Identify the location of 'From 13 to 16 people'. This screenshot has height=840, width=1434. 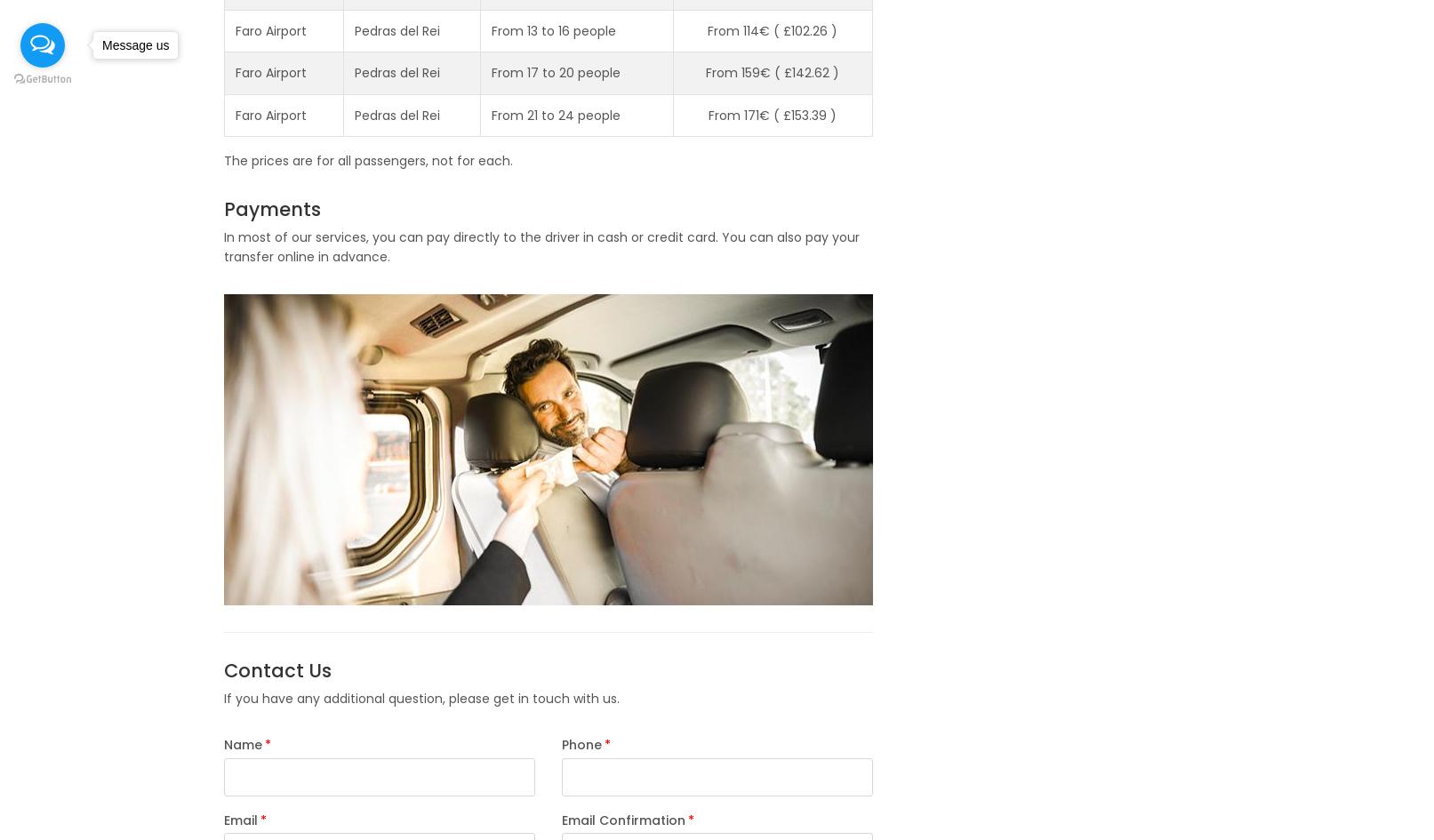
(490, 30).